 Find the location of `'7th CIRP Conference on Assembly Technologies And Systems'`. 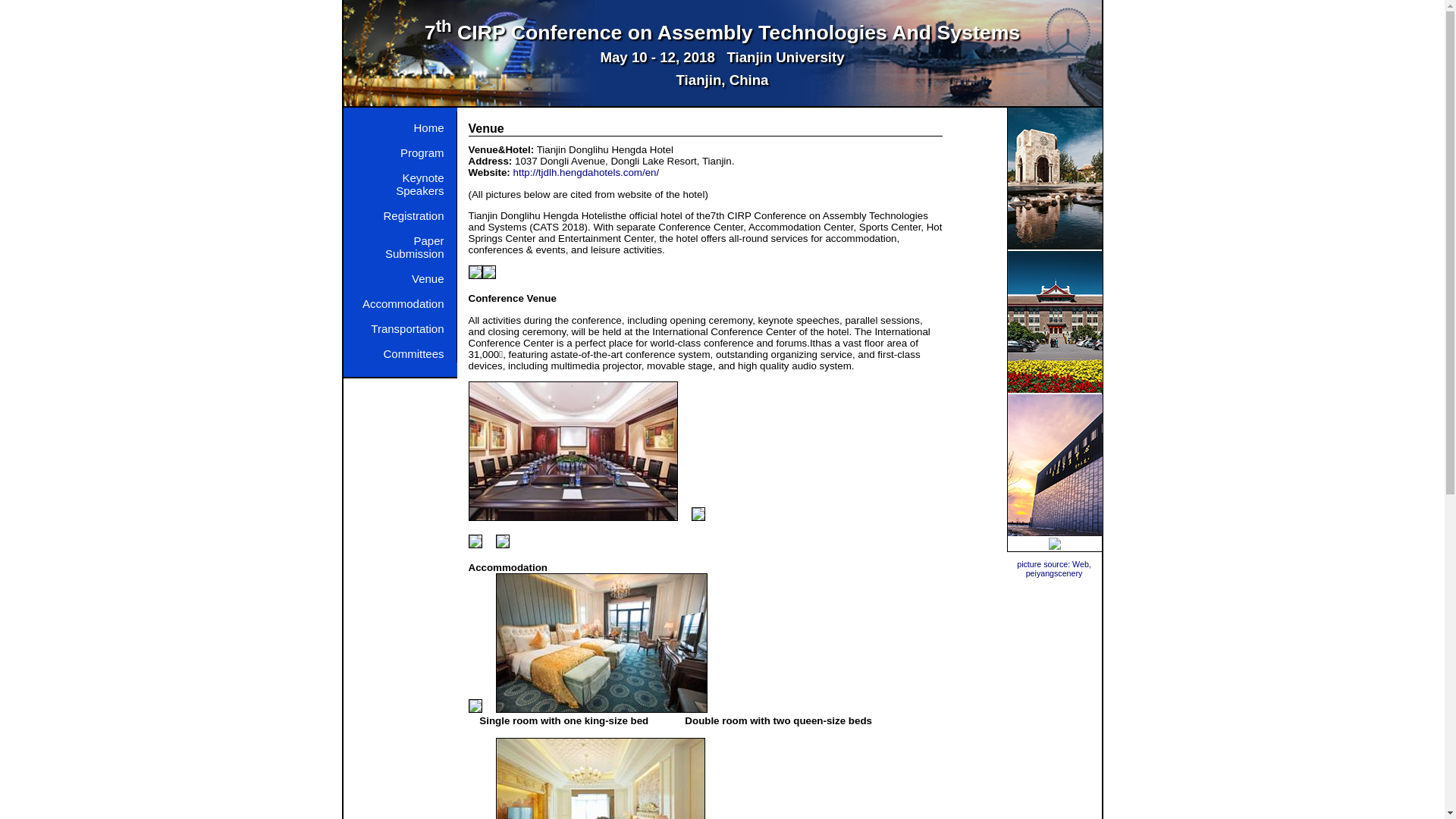

'7th CIRP Conference on Assembly Technologies And Systems' is located at coordinates (425, 32).